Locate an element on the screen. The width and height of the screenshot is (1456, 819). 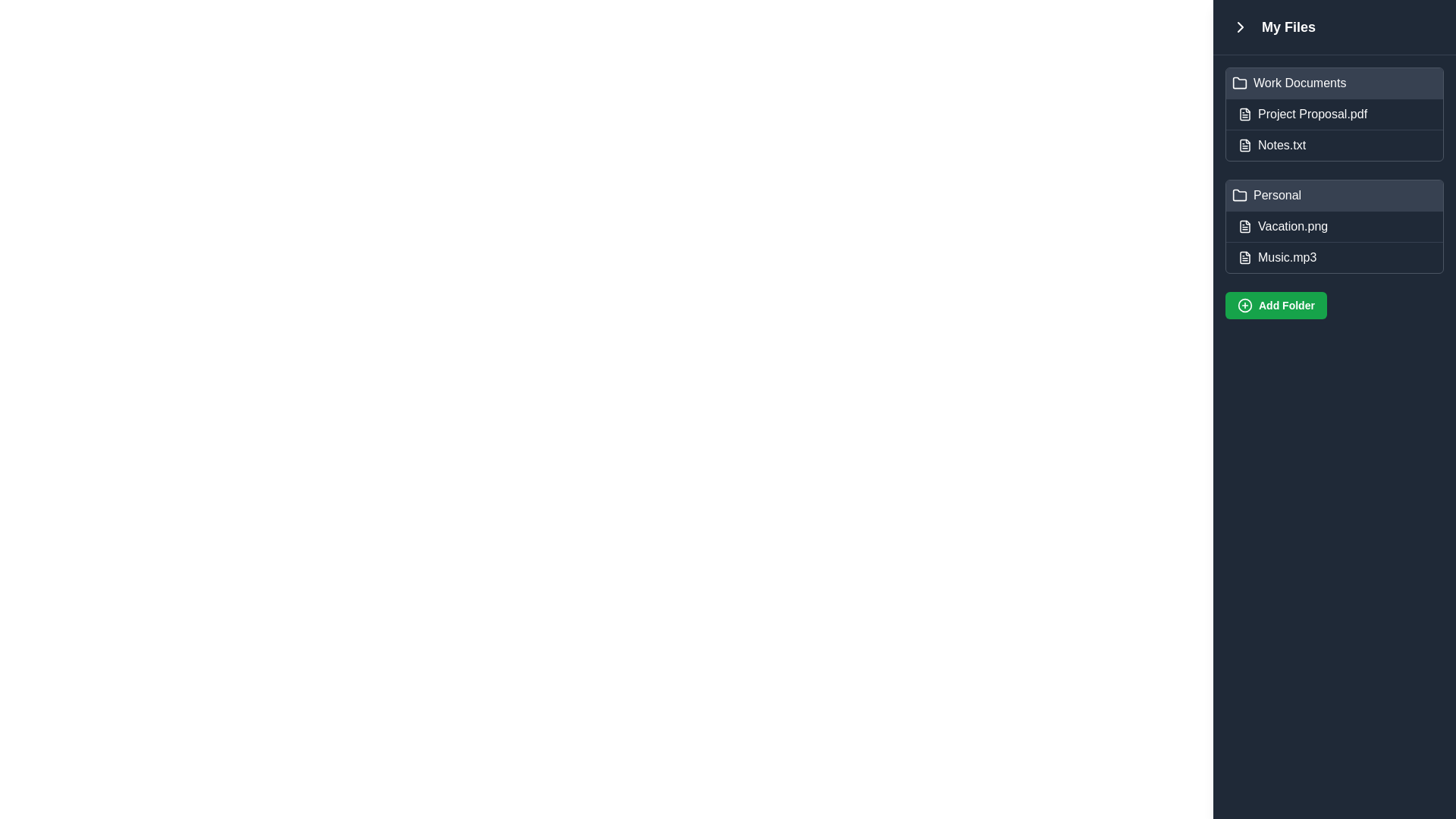
the list item displaying 'Project Proposal.pdf' is located at coordinates (1312, 113).